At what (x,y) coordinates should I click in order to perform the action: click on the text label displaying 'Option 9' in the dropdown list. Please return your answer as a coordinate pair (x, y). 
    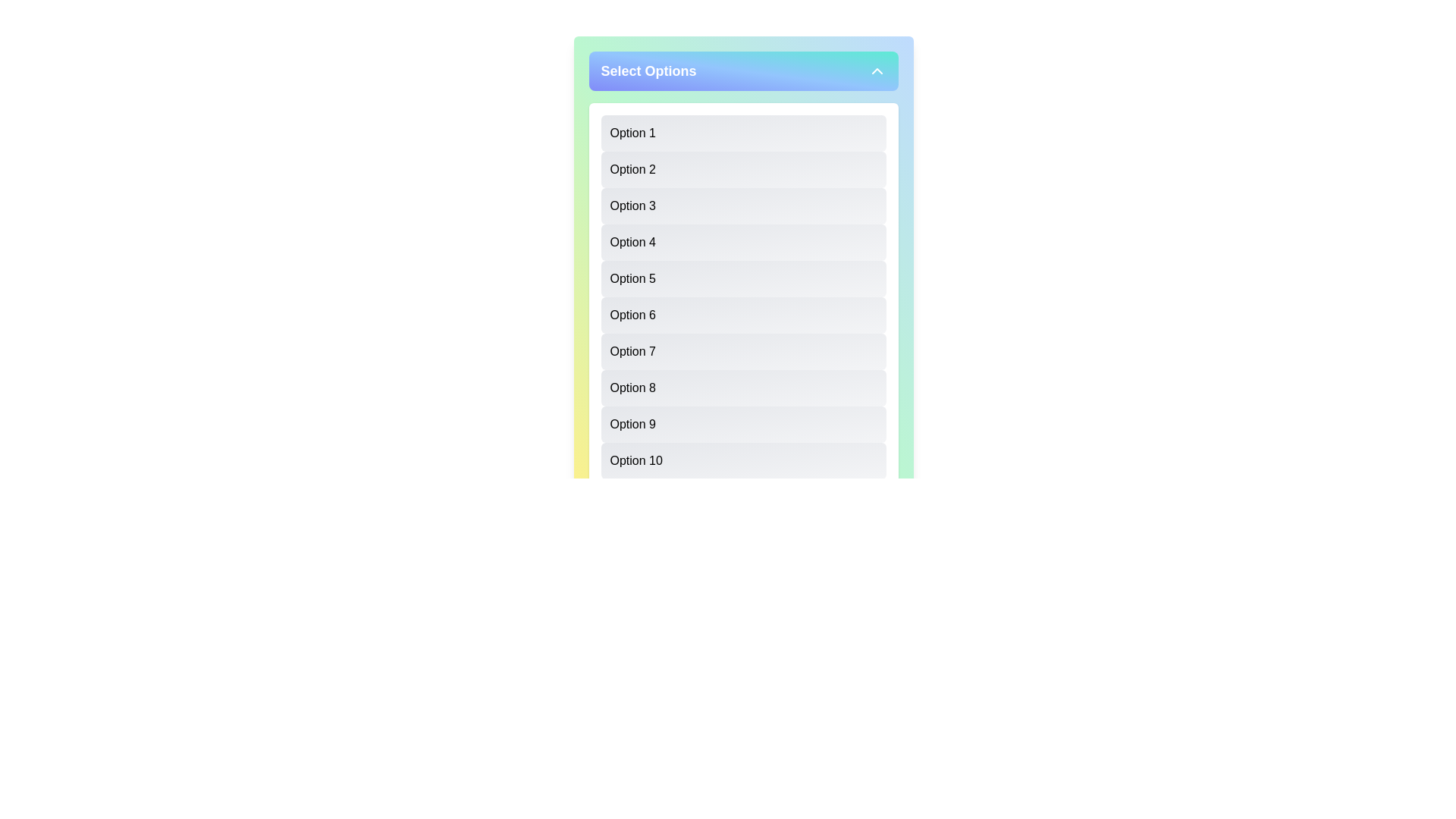
    Looking at the image, I should click on (632, 424).